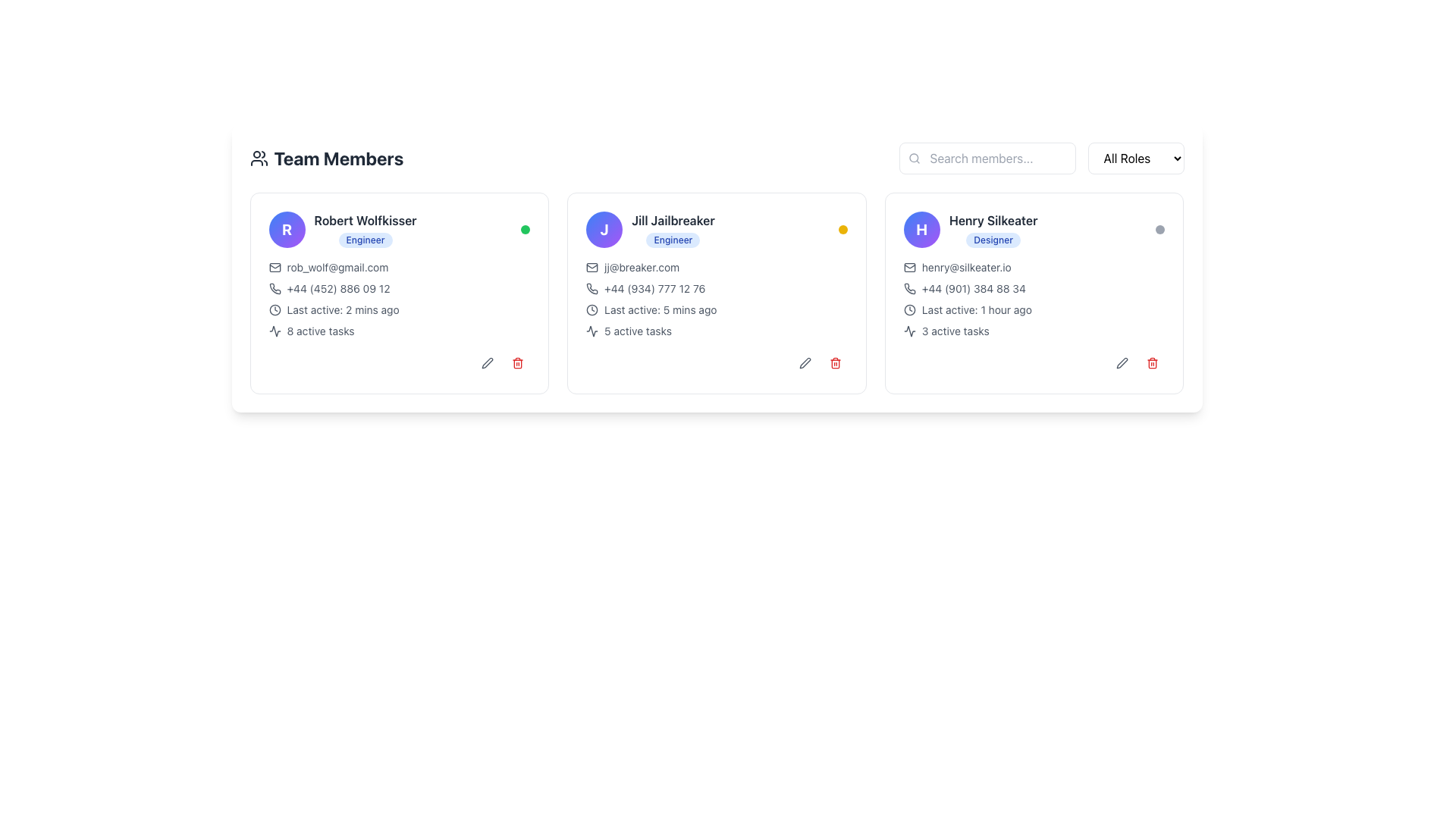 The width and height of the screenshot is (1456, 819). What do you see at coordinates (955, 330) in the screenshot?
I see `count of active tasks from the text label located in the bottom-right corner of the card belonging to 'Henry Silkeater'` at bounding box center [955, 330].